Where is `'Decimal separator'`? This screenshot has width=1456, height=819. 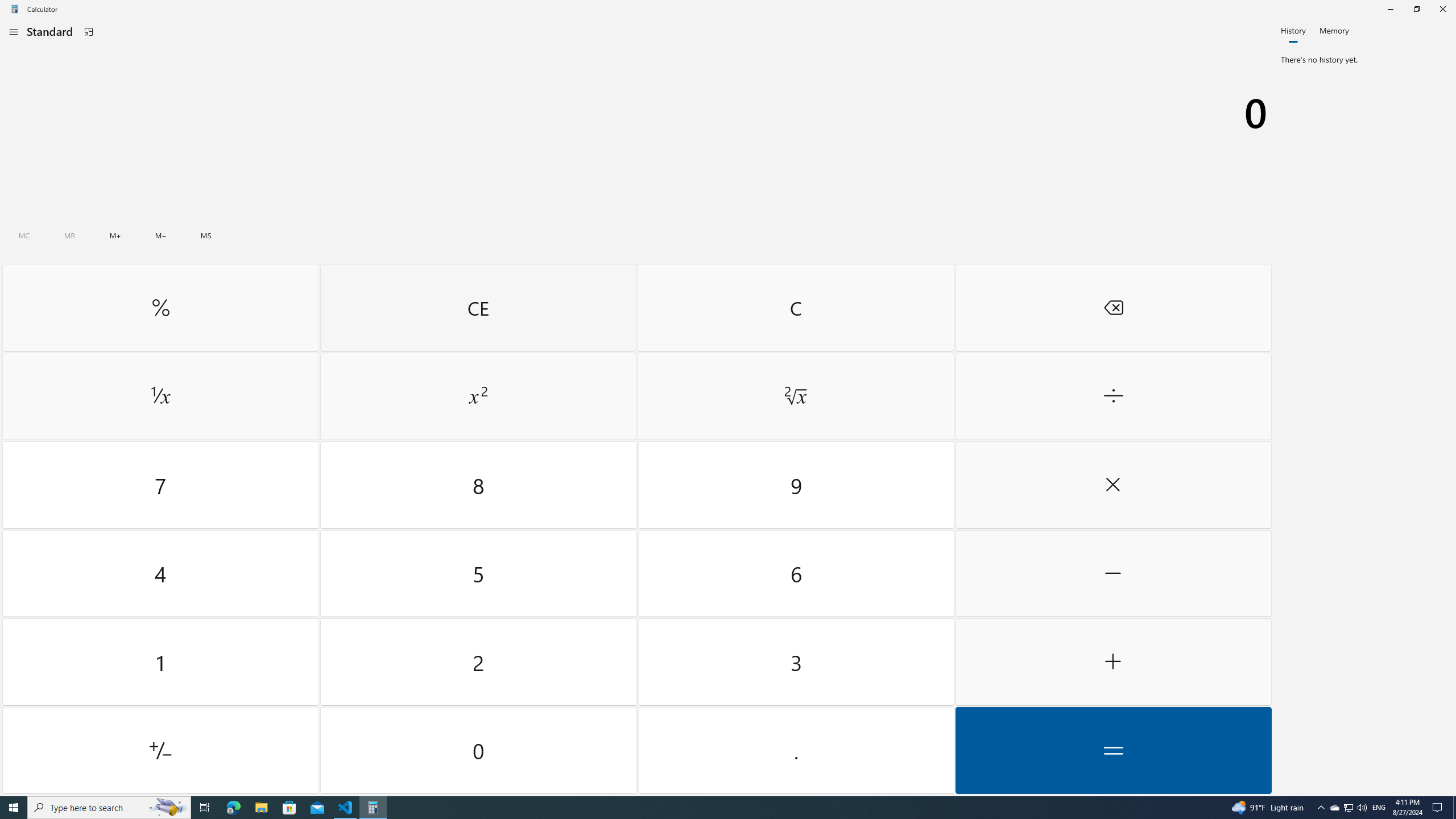 'Decimal separator' is located at coordinates (795, 750).